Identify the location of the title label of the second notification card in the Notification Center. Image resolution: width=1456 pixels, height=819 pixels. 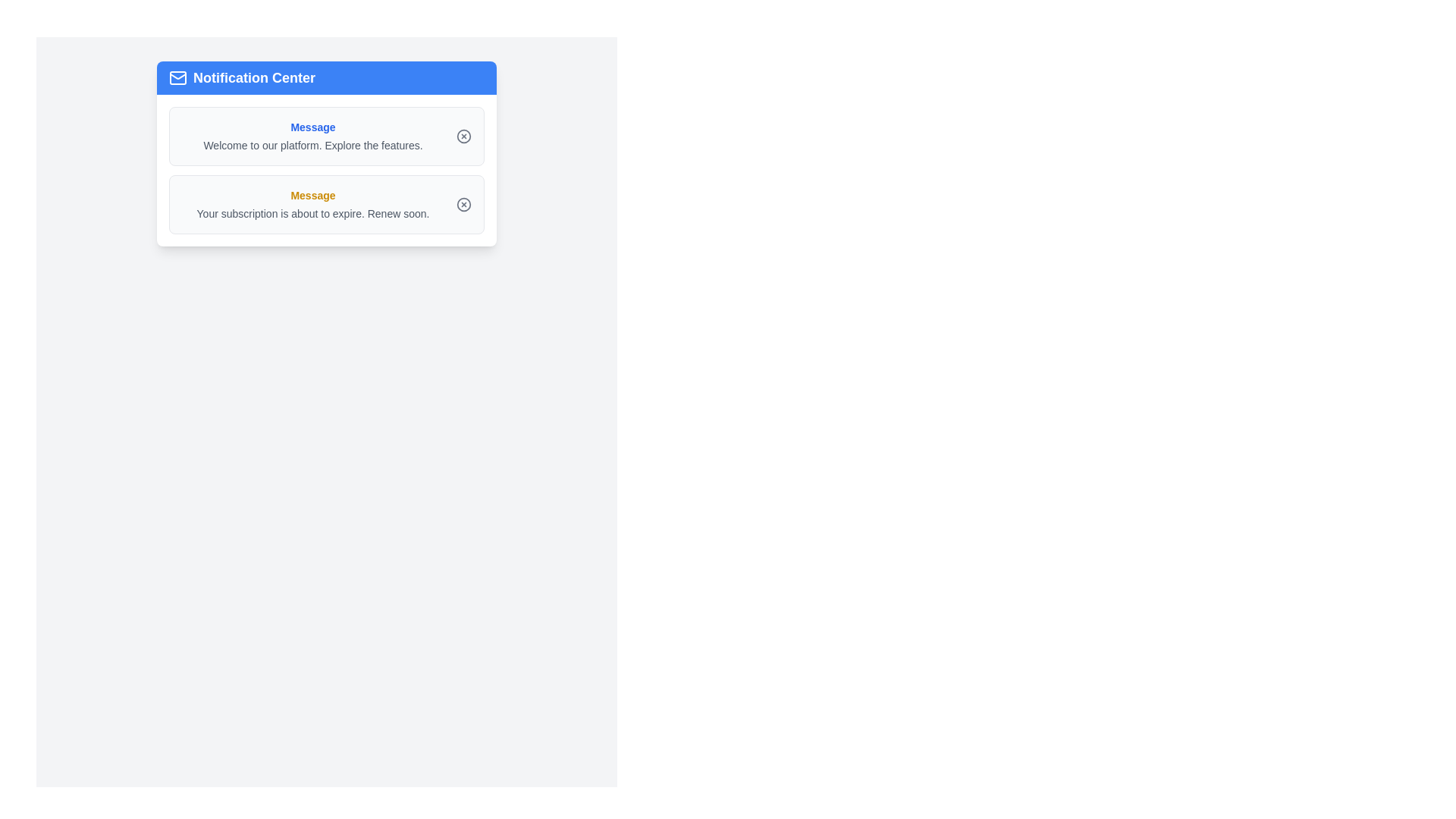
(312, 195).